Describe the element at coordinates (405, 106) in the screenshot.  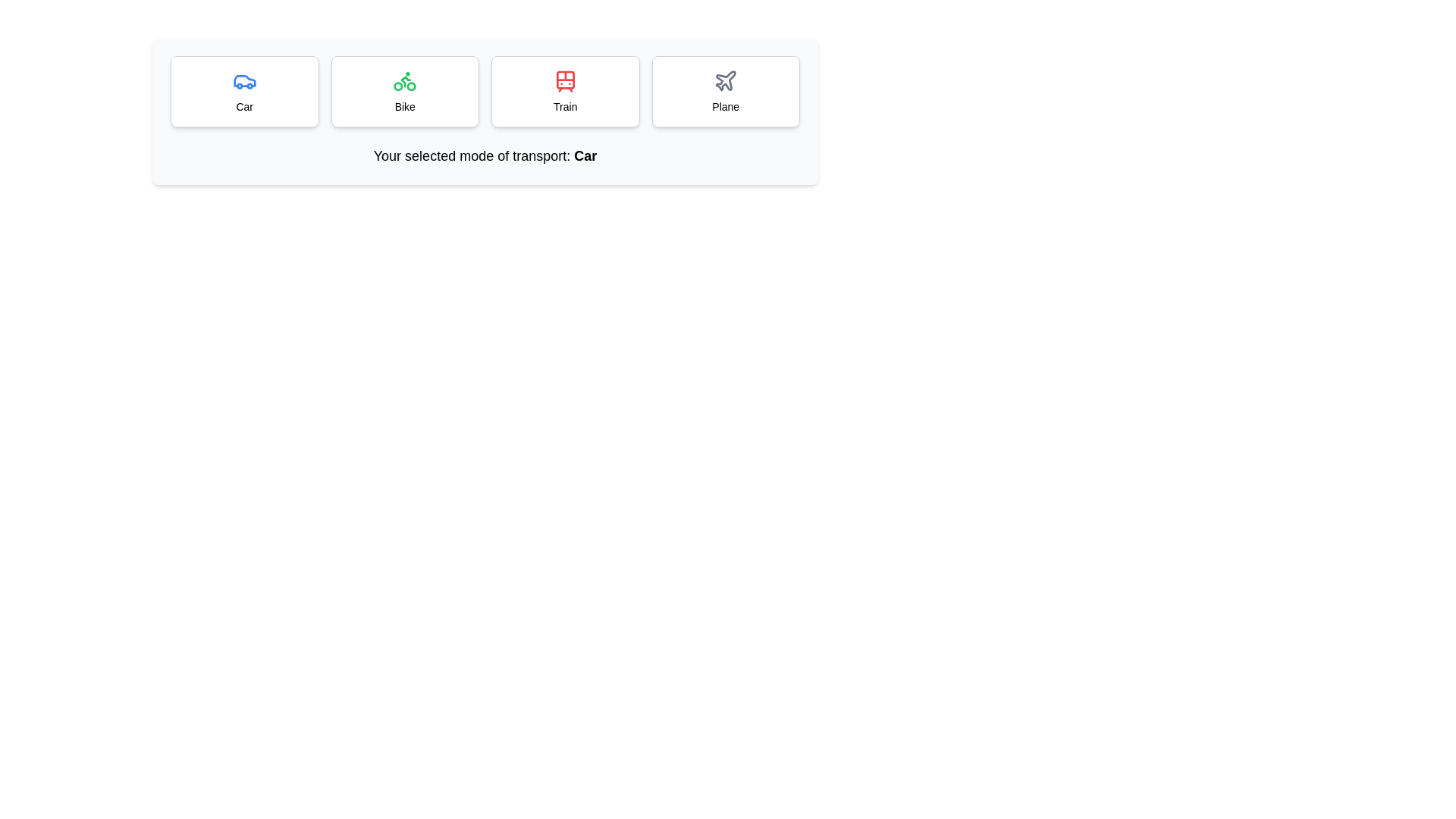
I see `the 'Bike' text label, which identifies the transportation option featuring a bicycle, located centrally within a rectangular card interface below a green bike icon` at that location.